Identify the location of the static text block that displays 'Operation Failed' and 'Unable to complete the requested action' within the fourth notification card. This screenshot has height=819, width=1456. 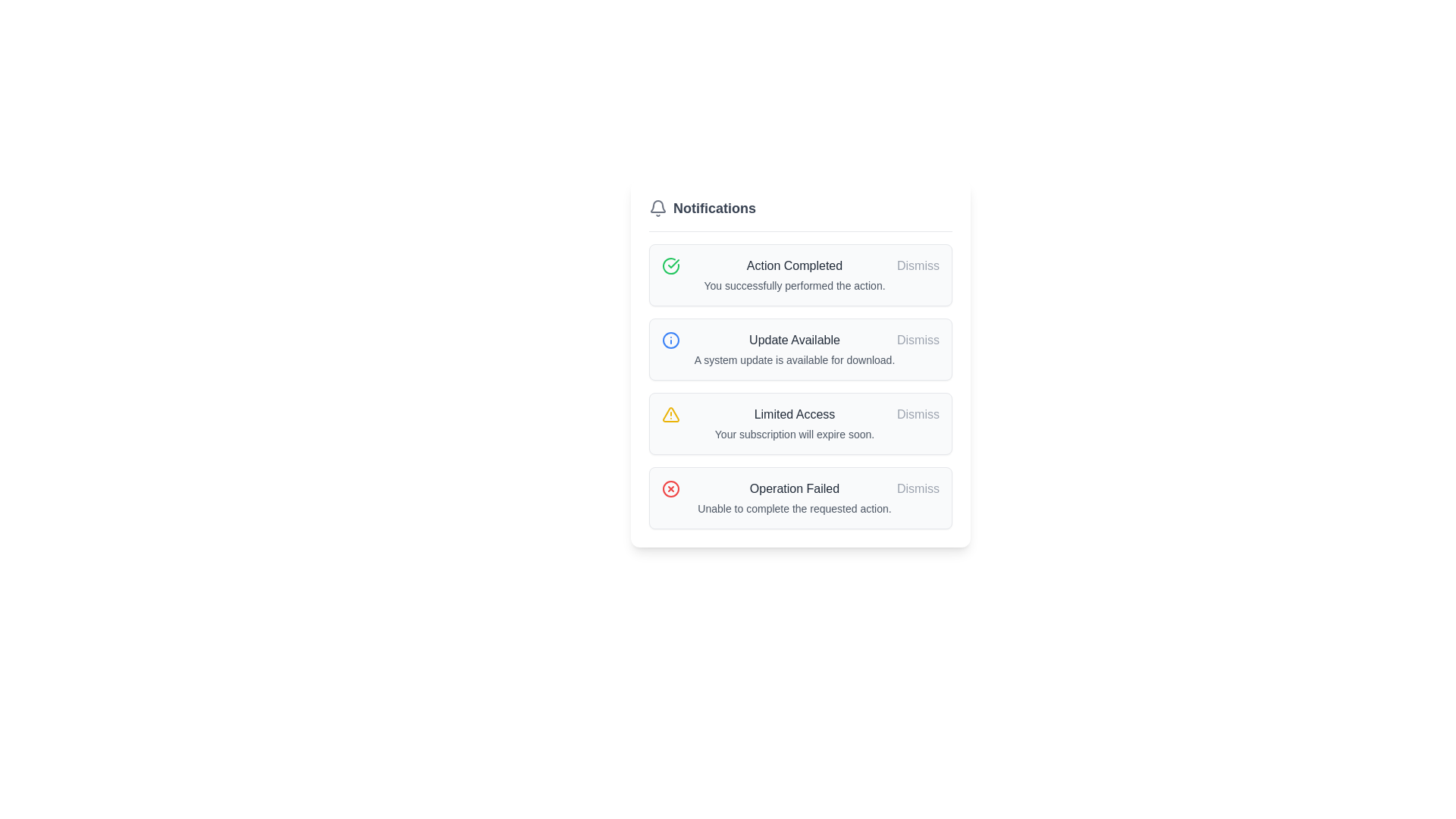
(793, 497).